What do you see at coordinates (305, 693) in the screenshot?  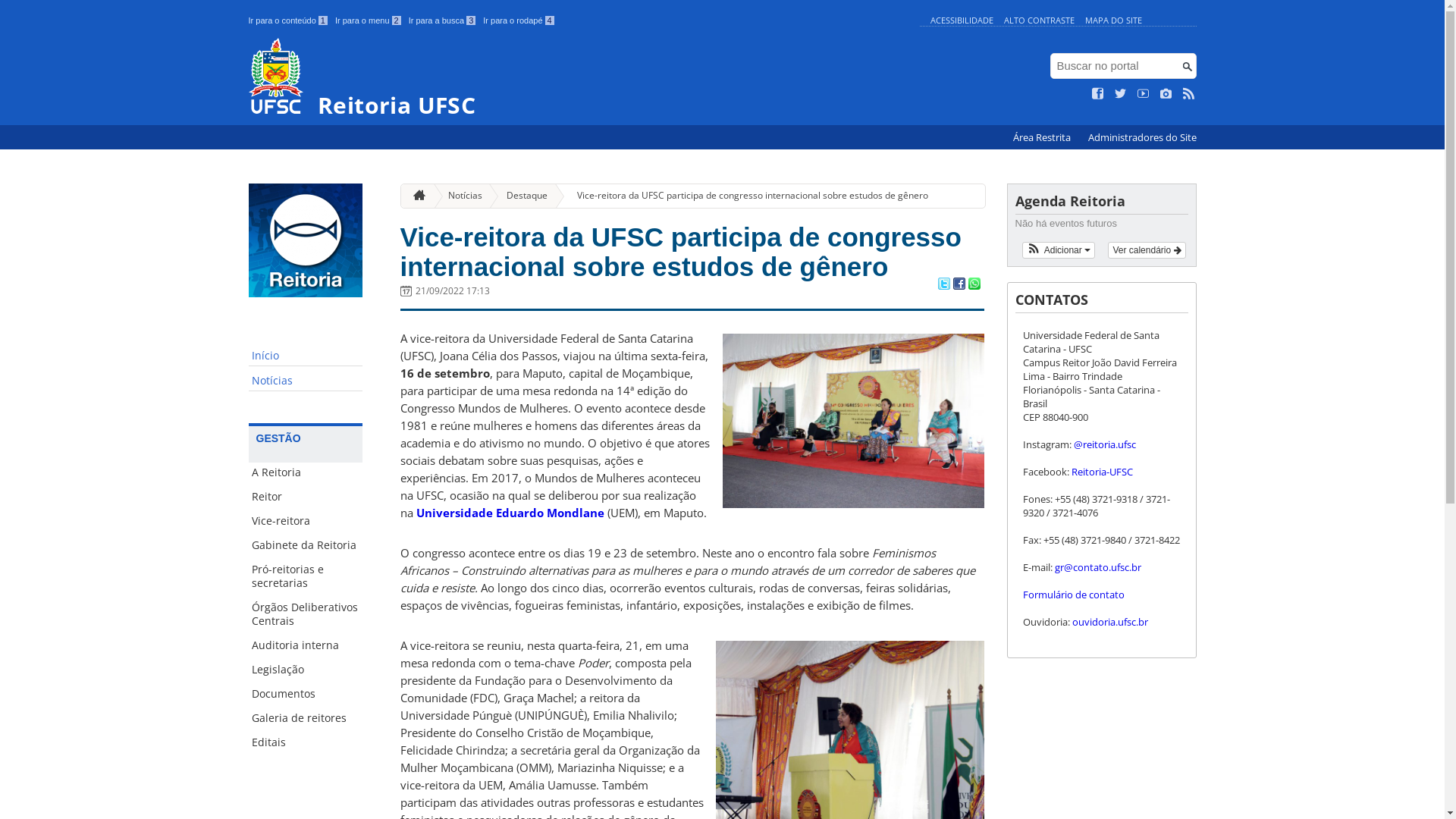 I see `'Documentos'` at bounding box center [305, 693].